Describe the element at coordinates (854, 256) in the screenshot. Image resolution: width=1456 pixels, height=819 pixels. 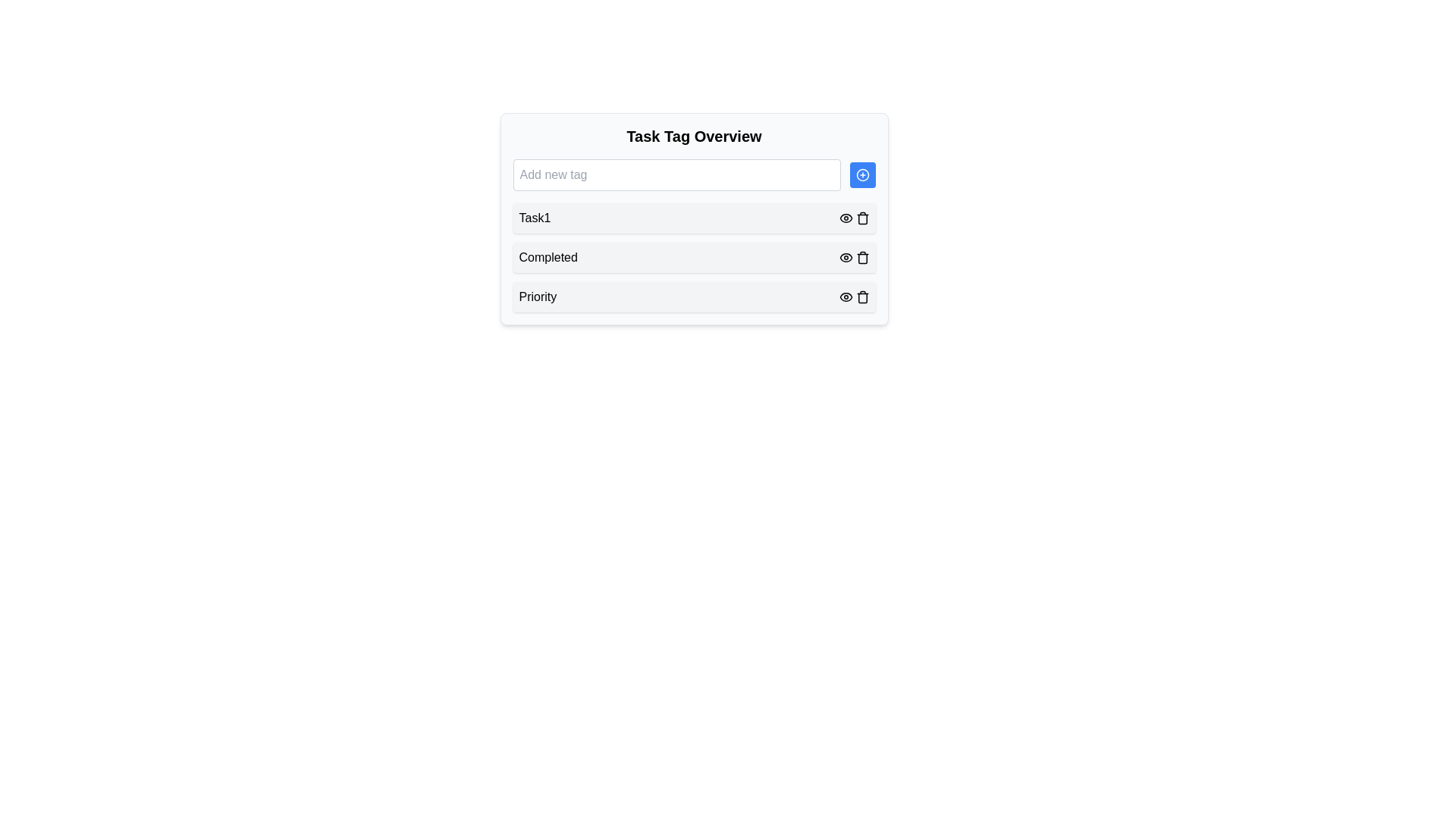
I see `the visibility toggle Icon button located in the 'Completed' section of the Task Tag Overview interface` at that location.